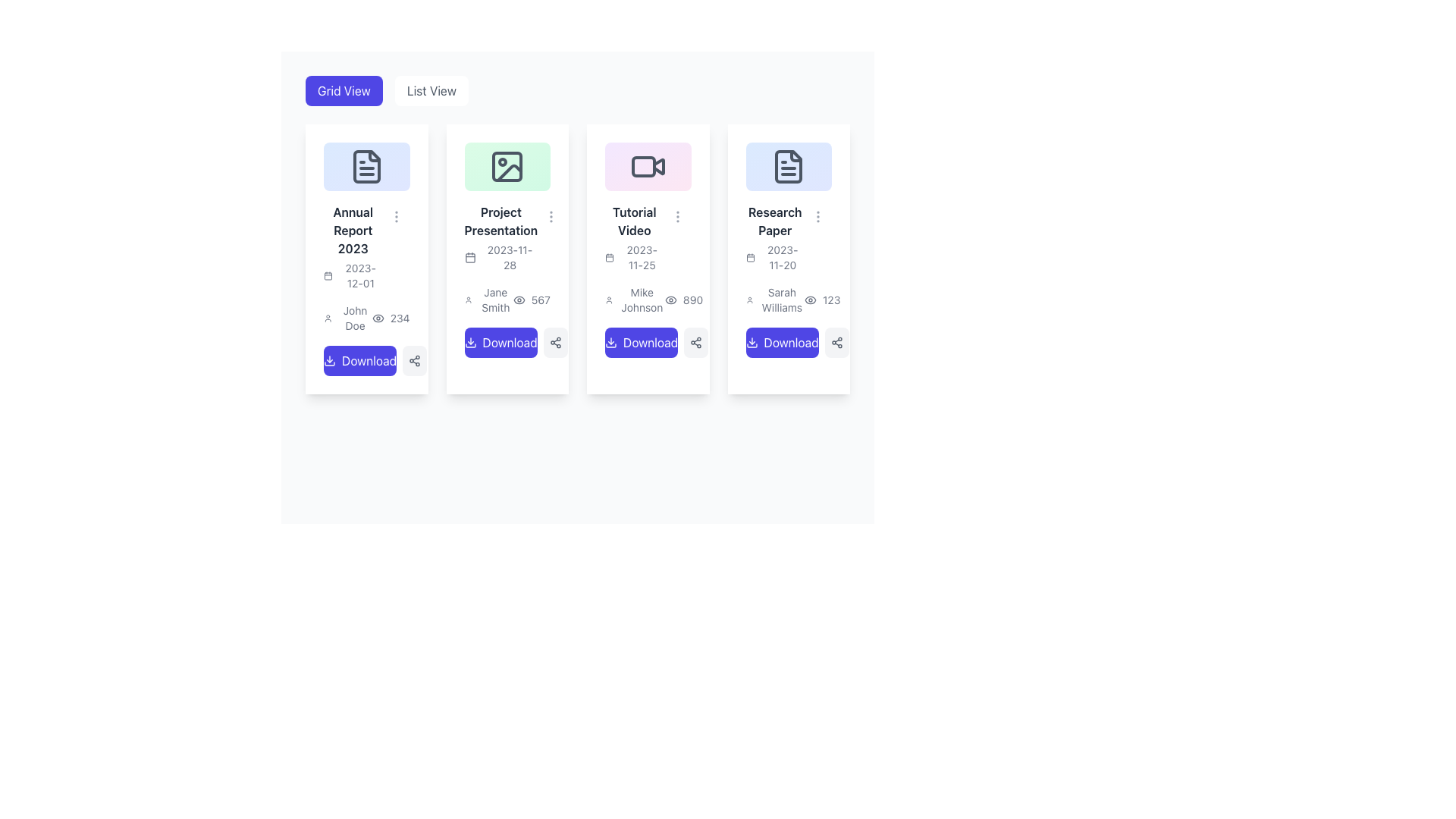 This screenshot has width=1456, height=819. I want to click on the icon representation of document content within the first card labeled 'Annual Report 2023', so click(366, 166).